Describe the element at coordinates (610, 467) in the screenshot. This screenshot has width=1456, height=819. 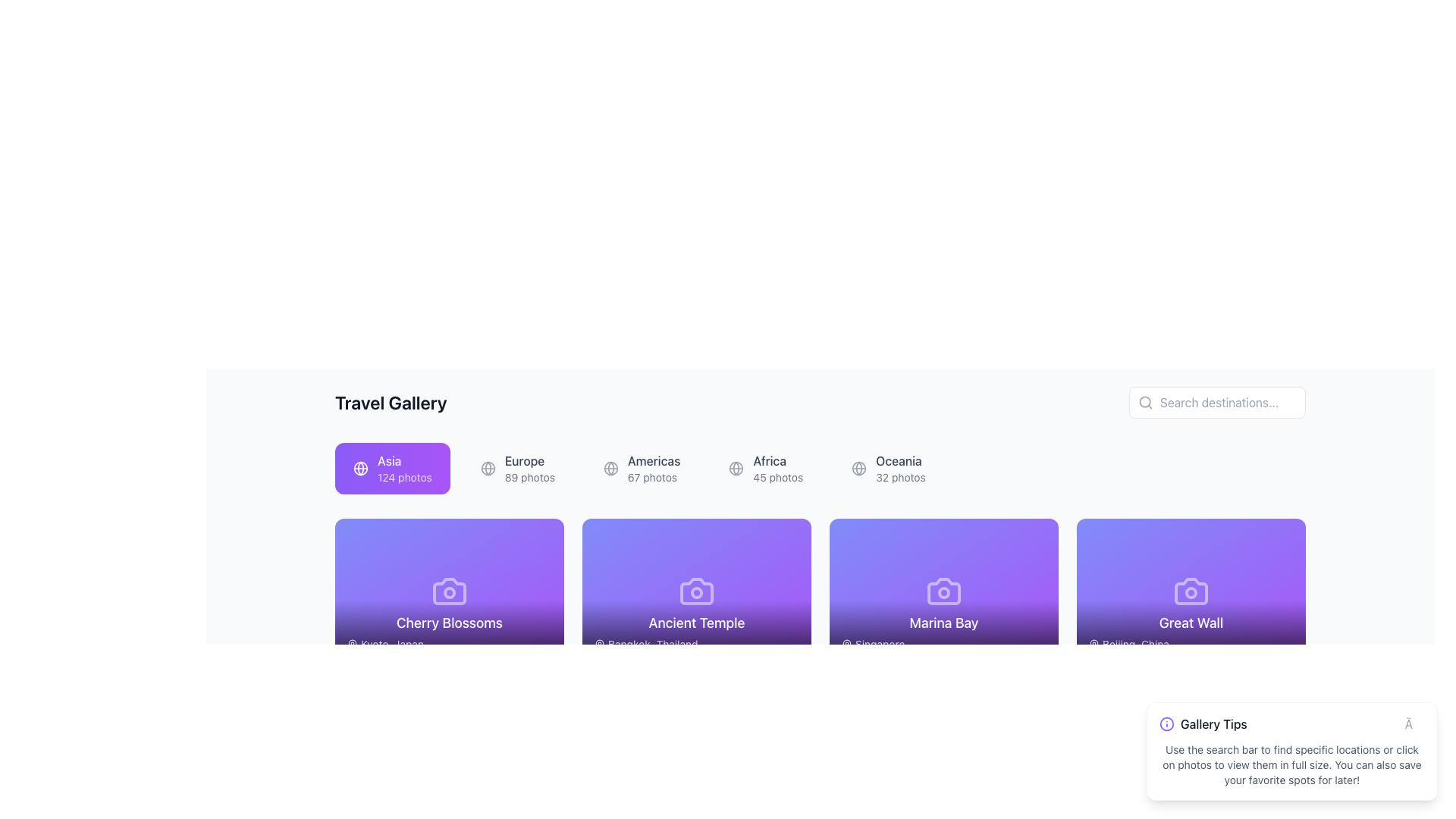
I see `the icon representing the category 'Americas'` at that location.